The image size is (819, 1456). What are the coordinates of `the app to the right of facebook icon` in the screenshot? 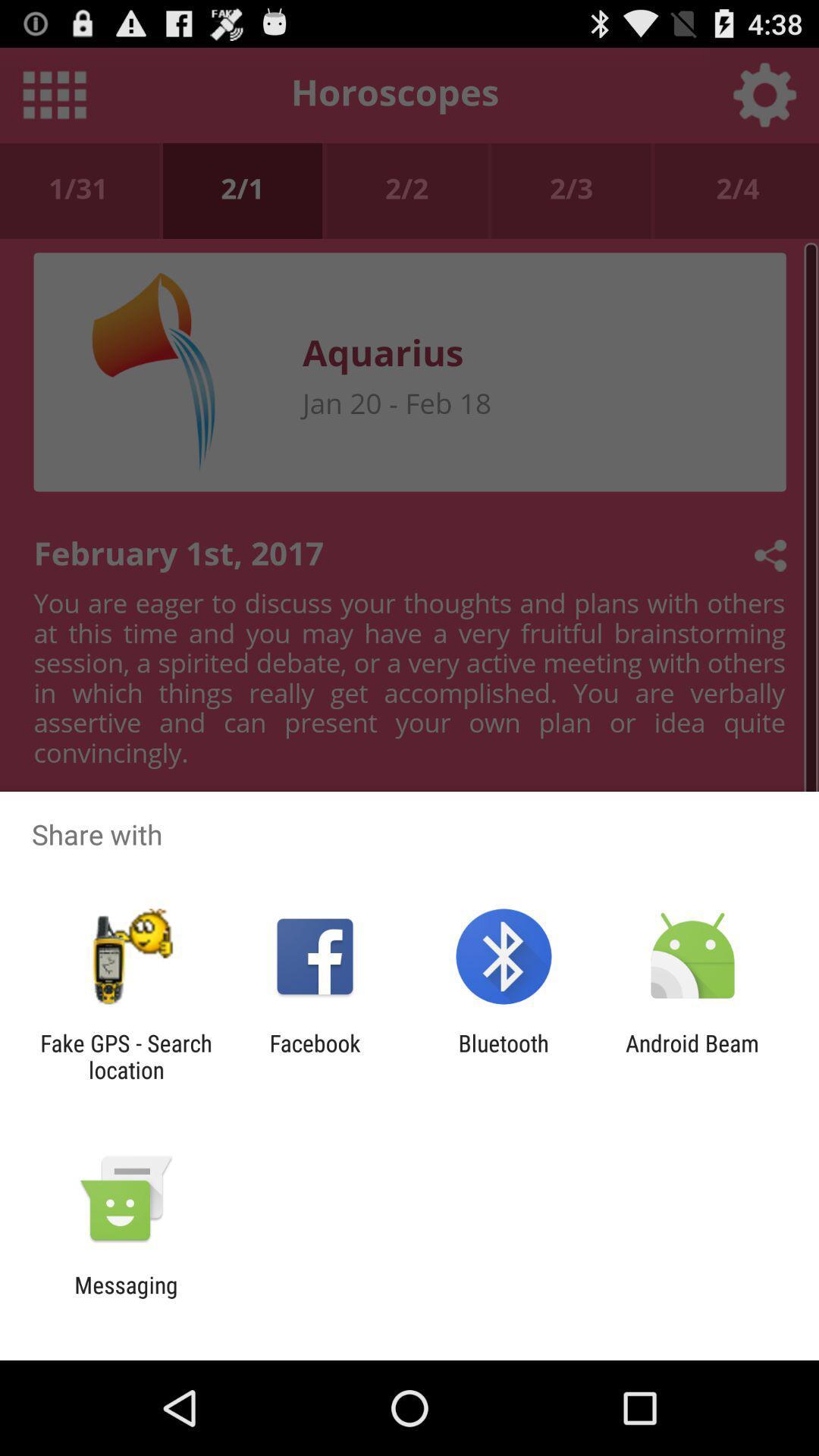 It's located at (504, 1056).